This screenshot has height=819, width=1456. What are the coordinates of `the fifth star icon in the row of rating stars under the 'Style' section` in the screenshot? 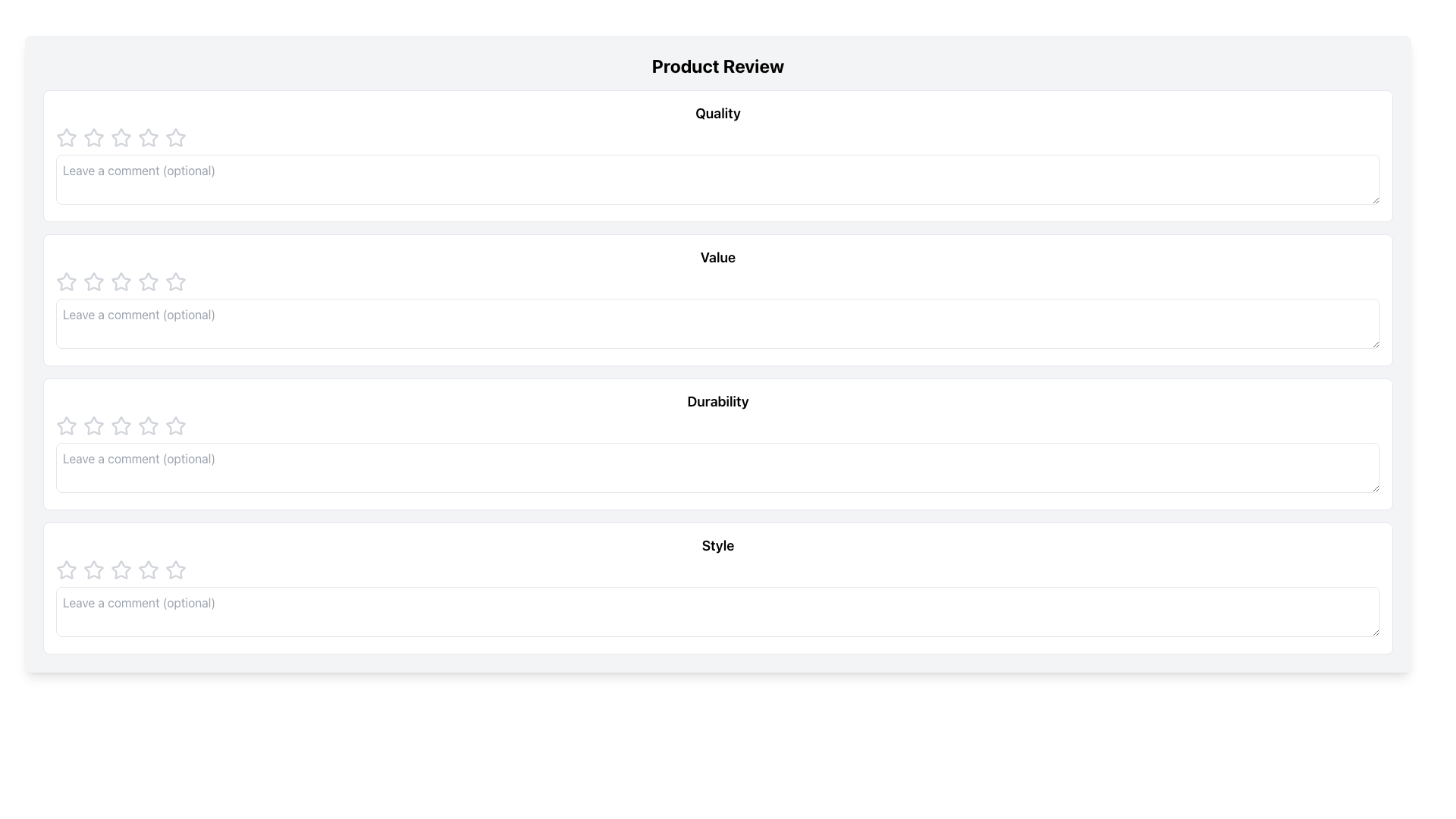 It's located at (149, 570).